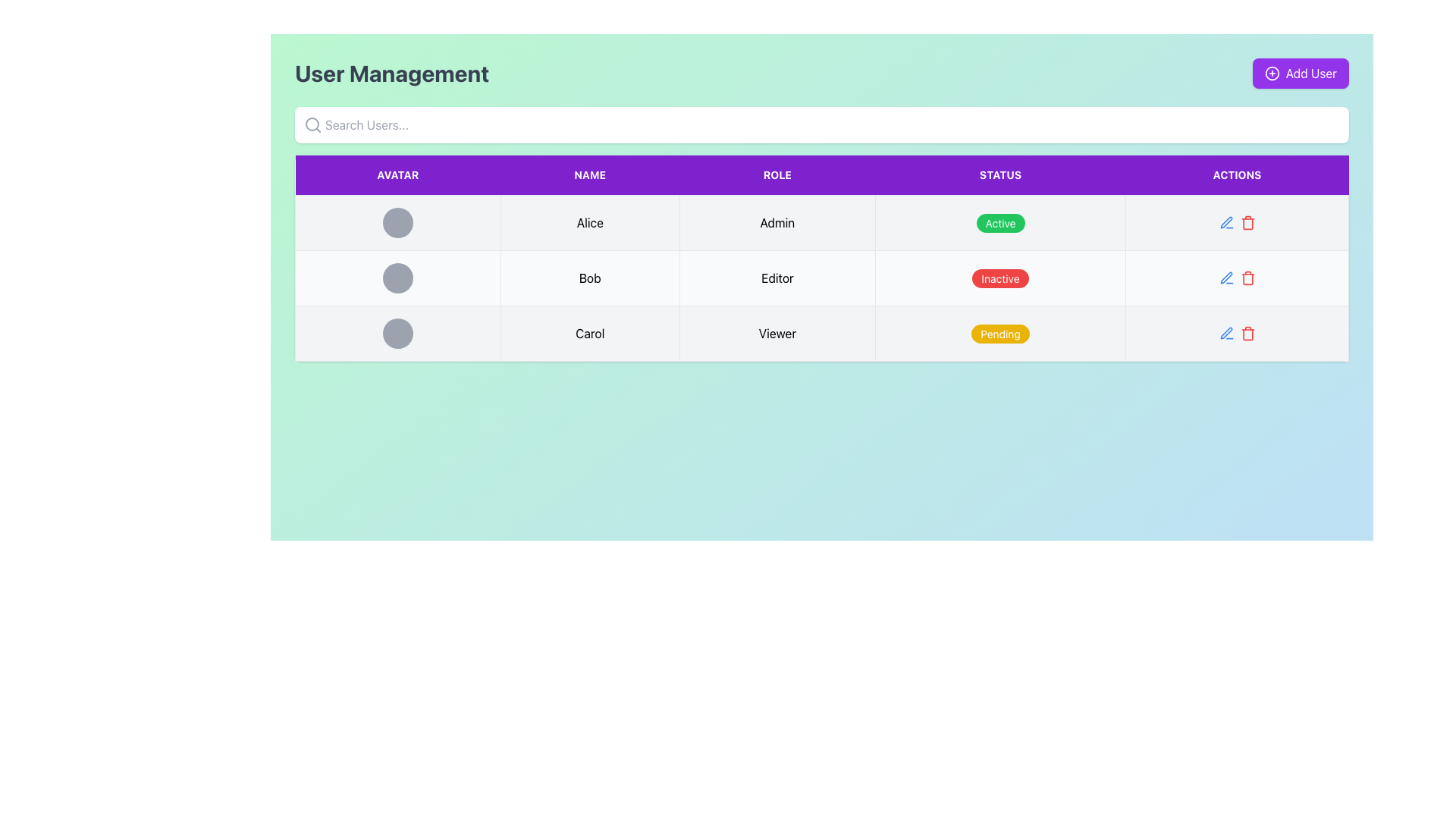 This screenshot has width=1456, height=819. I want to click on the Status Indicator element that shows 'Active' for the user 'Alice' in the Status column of the topmost row, so click(1000, 223).